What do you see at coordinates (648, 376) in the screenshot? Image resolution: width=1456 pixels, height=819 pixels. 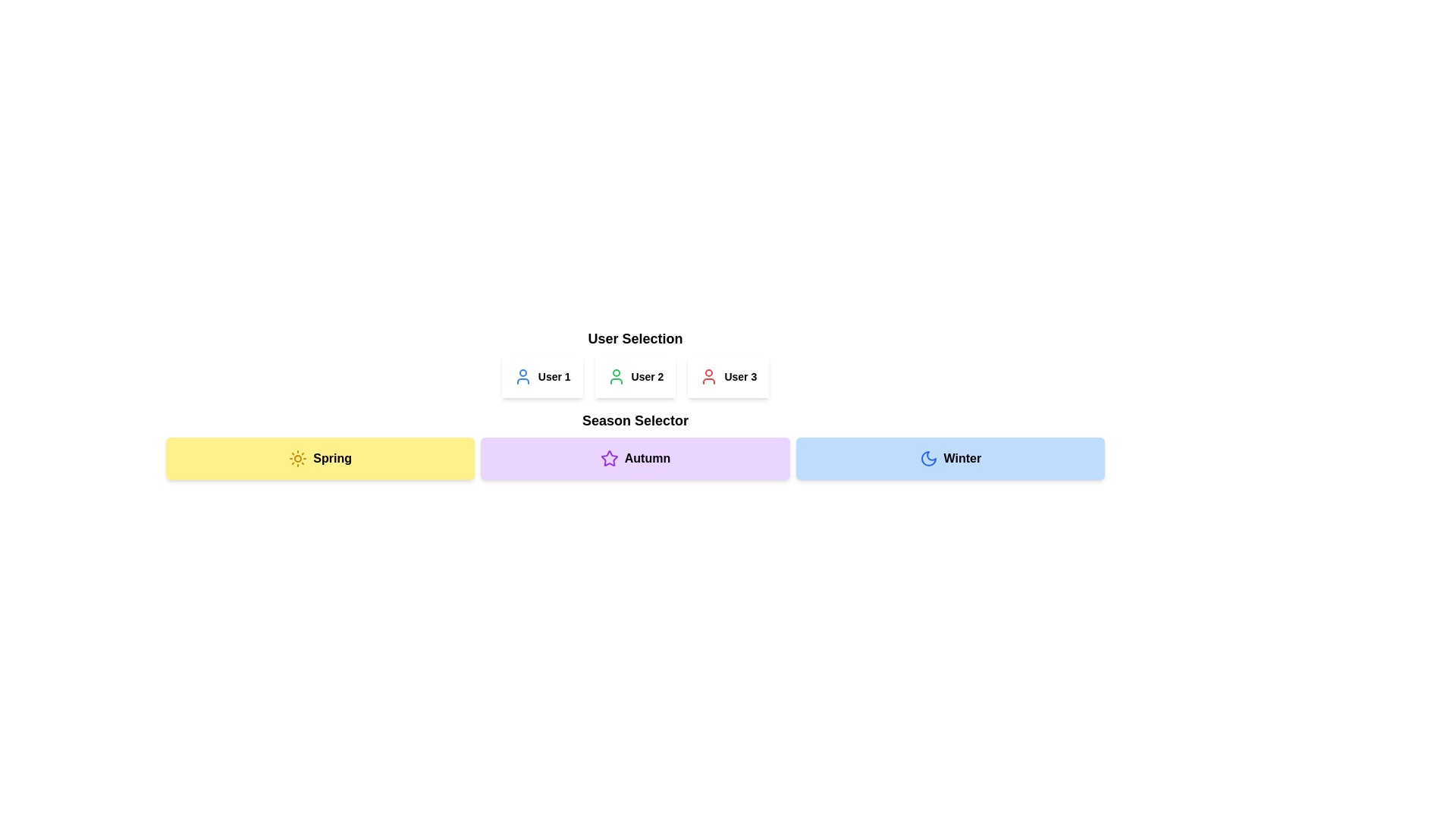 I see `the Text label that indicates the identity of the corresponding user option within the 'User Selection' interface, positioned between 'User 1' and 'User 3'` at bounding box center [648, 376].